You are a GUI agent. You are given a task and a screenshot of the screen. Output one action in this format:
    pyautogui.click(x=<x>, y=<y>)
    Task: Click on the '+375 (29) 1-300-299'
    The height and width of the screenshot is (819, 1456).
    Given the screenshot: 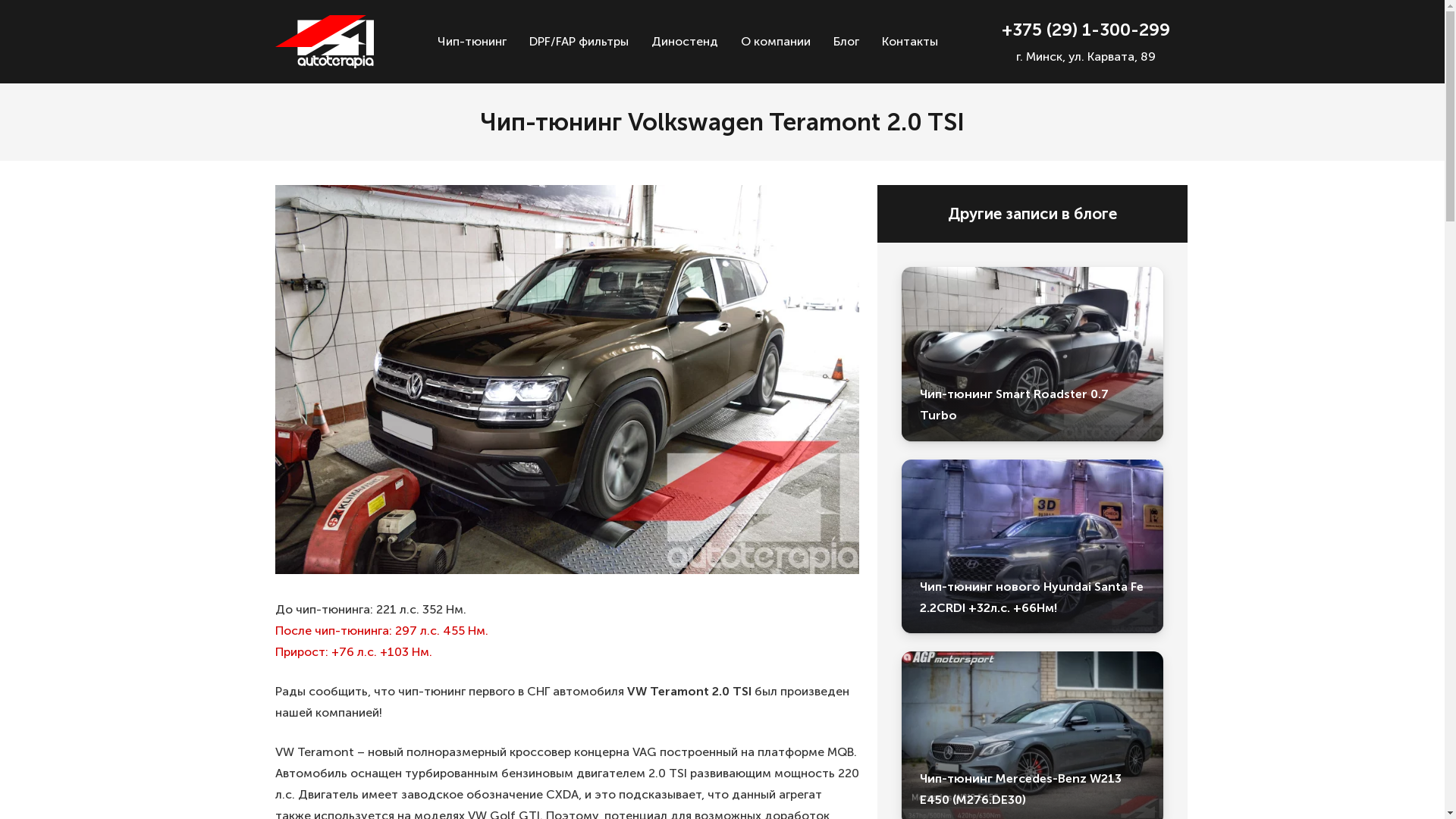 What is the action you would take?
    pyautogui.click(x=1084, y=29)
    